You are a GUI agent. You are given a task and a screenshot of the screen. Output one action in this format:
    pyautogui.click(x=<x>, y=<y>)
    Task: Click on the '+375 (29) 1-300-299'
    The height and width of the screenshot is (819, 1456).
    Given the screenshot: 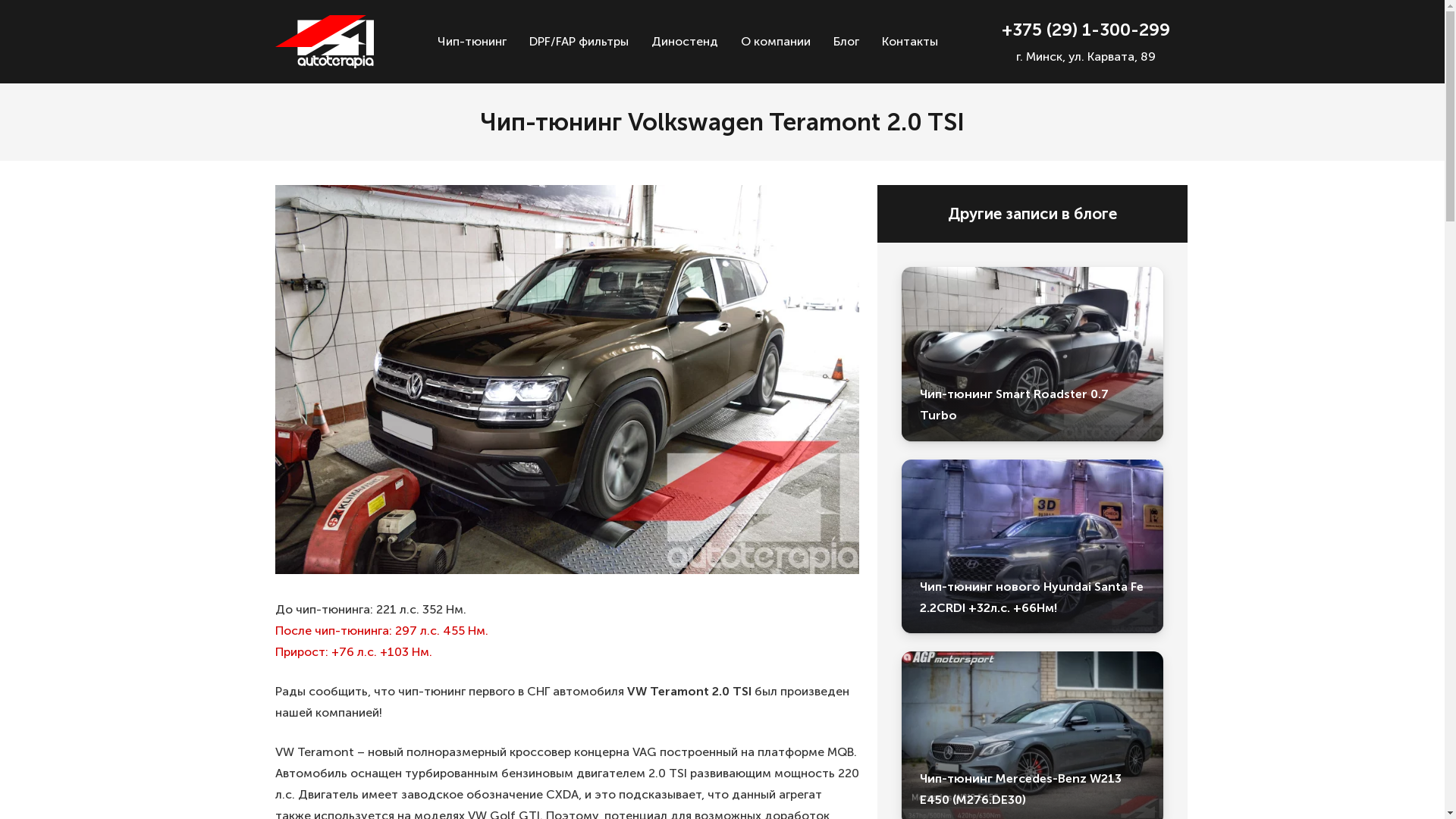 What is the action you would take?
    pyautogui.click(x=1084, y=29)
    